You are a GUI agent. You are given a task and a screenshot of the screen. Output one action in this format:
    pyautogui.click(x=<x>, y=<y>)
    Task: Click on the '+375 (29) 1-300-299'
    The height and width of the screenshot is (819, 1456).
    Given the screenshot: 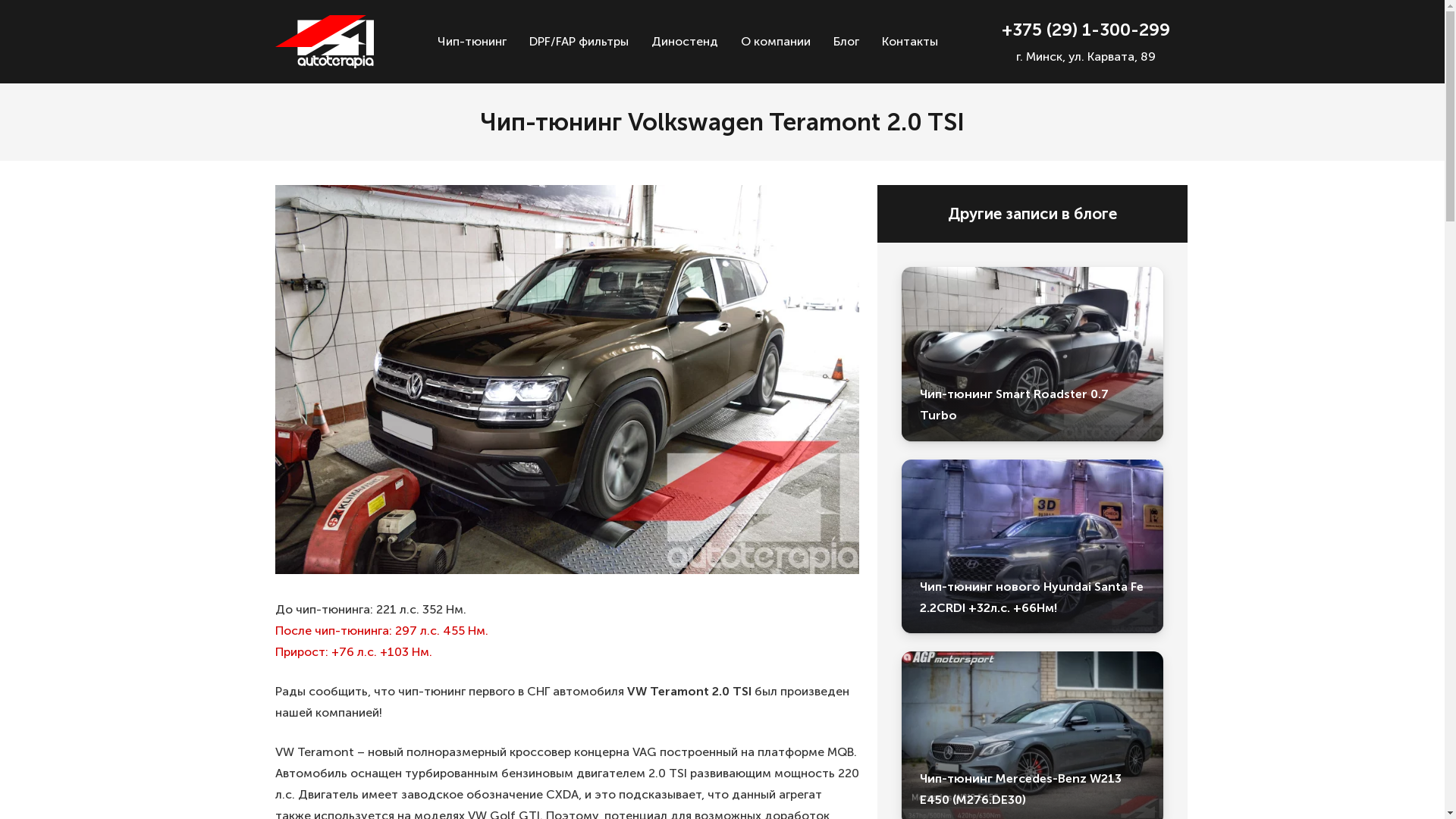 What is the action you would take?
    pyautogui.click(x=1084, y=29)
    